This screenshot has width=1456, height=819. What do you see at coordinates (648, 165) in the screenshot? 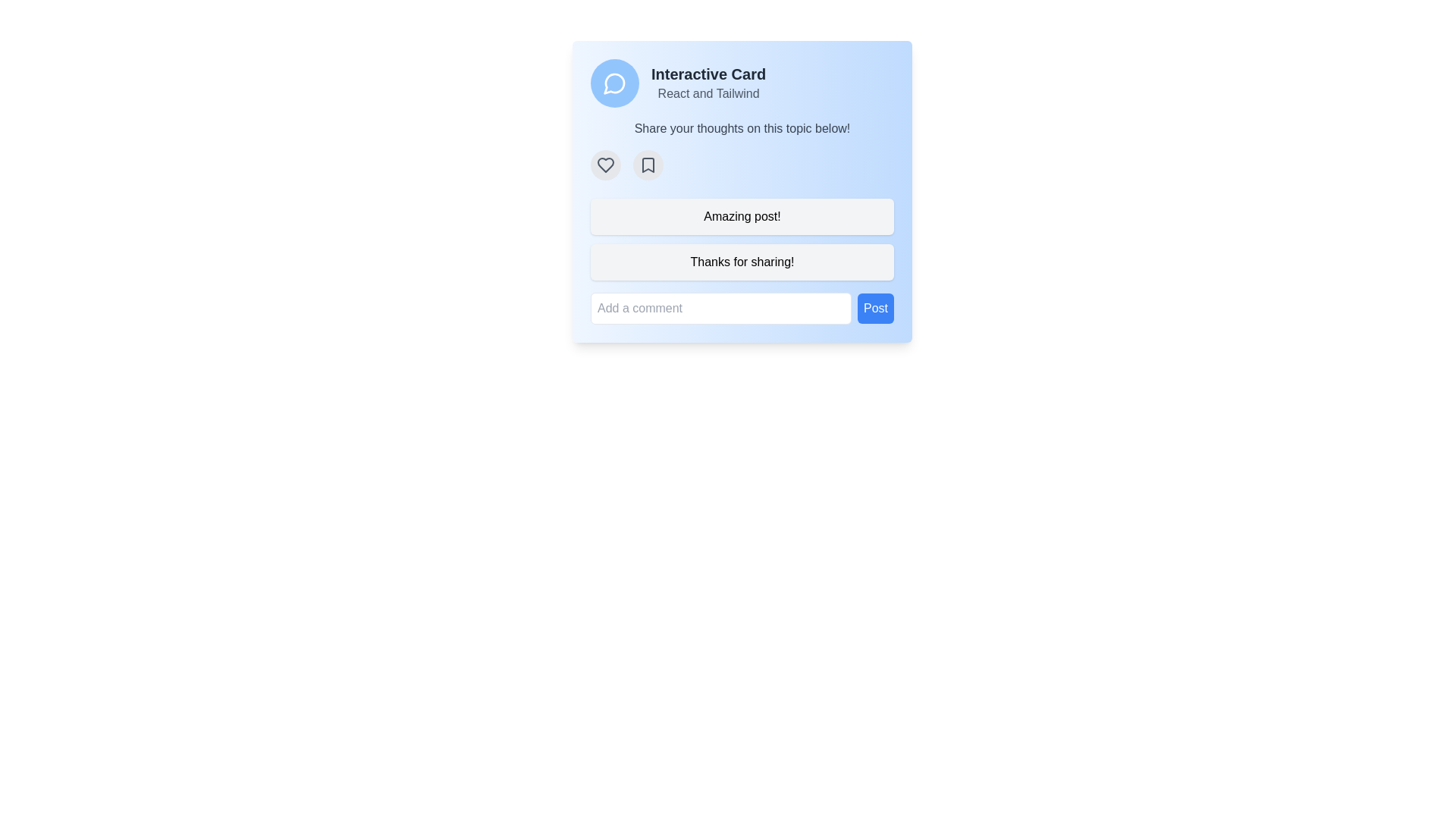
I see `the bookmark icon located within the circular button at the top left of the blue card, which is the second icon from the left after the heart-shaped icon` at bounding box center [648, 165].